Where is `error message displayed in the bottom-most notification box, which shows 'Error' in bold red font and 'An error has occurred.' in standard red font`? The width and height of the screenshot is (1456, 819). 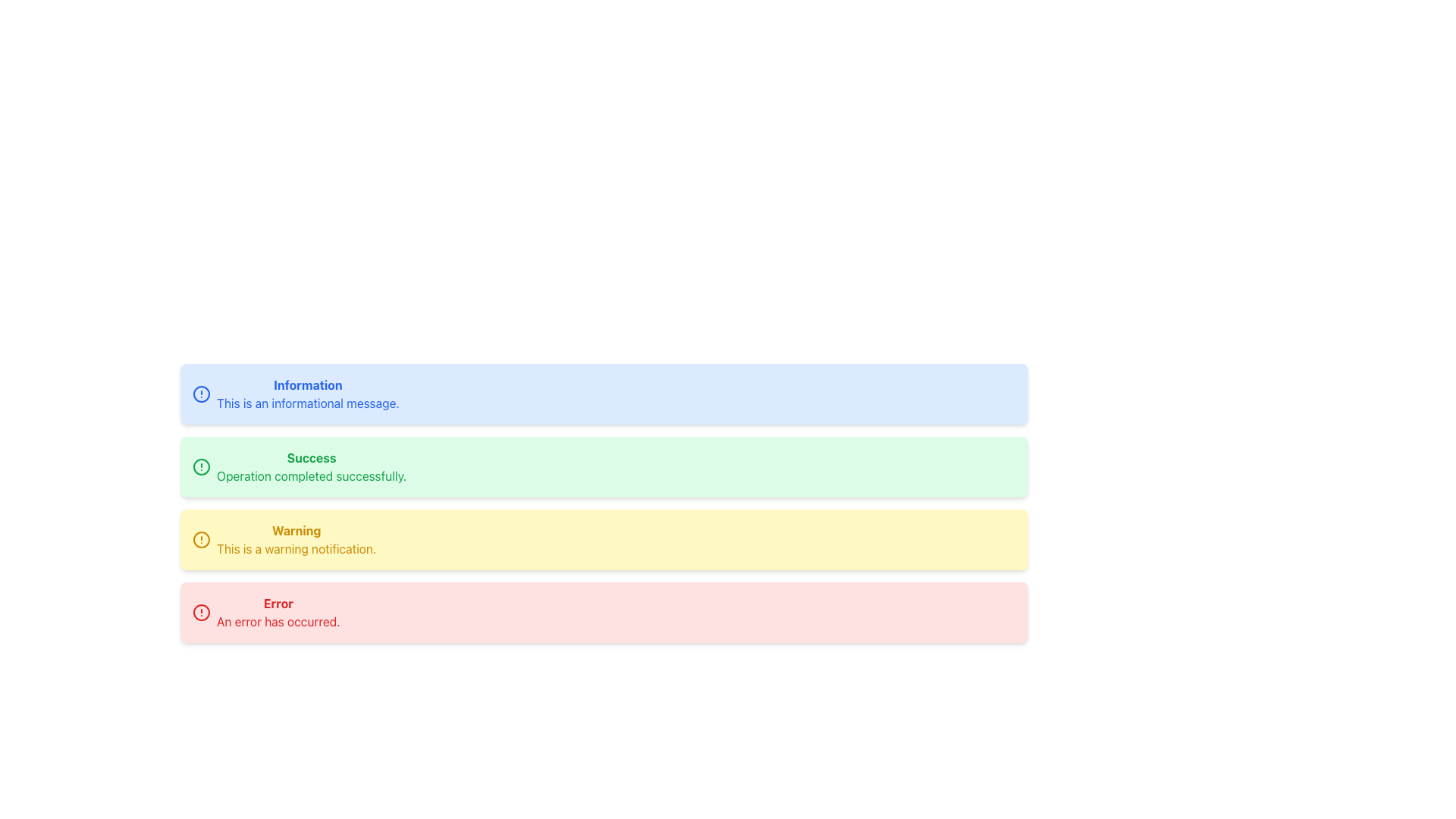 error message displayed in the bottom-most notification box, which shows 'Error' in bold red font and 'An error has occurred.' in standard red font is located at coordinates (278, 611).